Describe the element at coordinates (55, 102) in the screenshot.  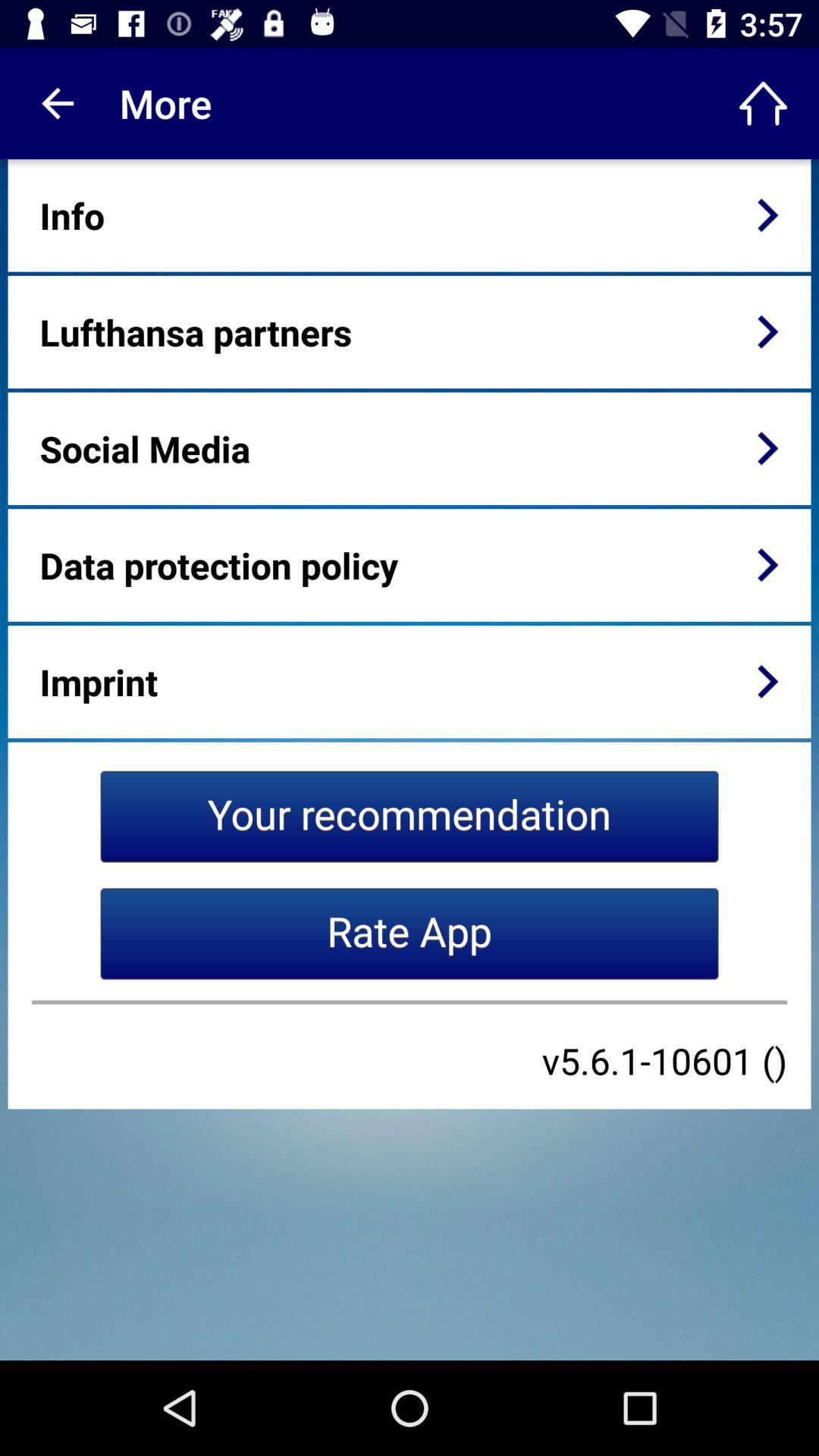
I see `the app to the left of the more` at that location.